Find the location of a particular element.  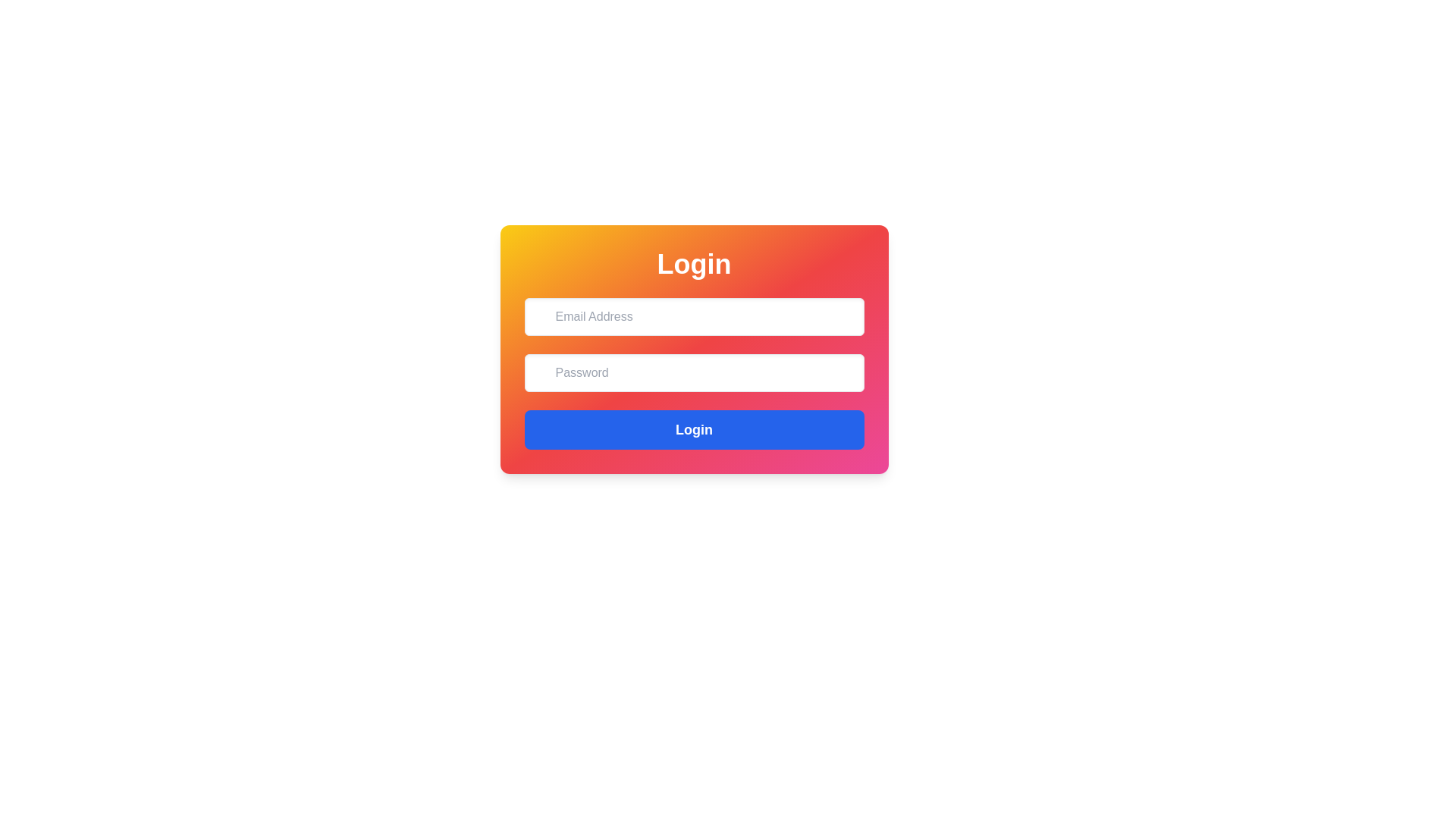

the text label indicating the purpose of the user login interface, which is located at the top-center of the rounded rectangle with a gradient background is located at coordinates (693, 263).